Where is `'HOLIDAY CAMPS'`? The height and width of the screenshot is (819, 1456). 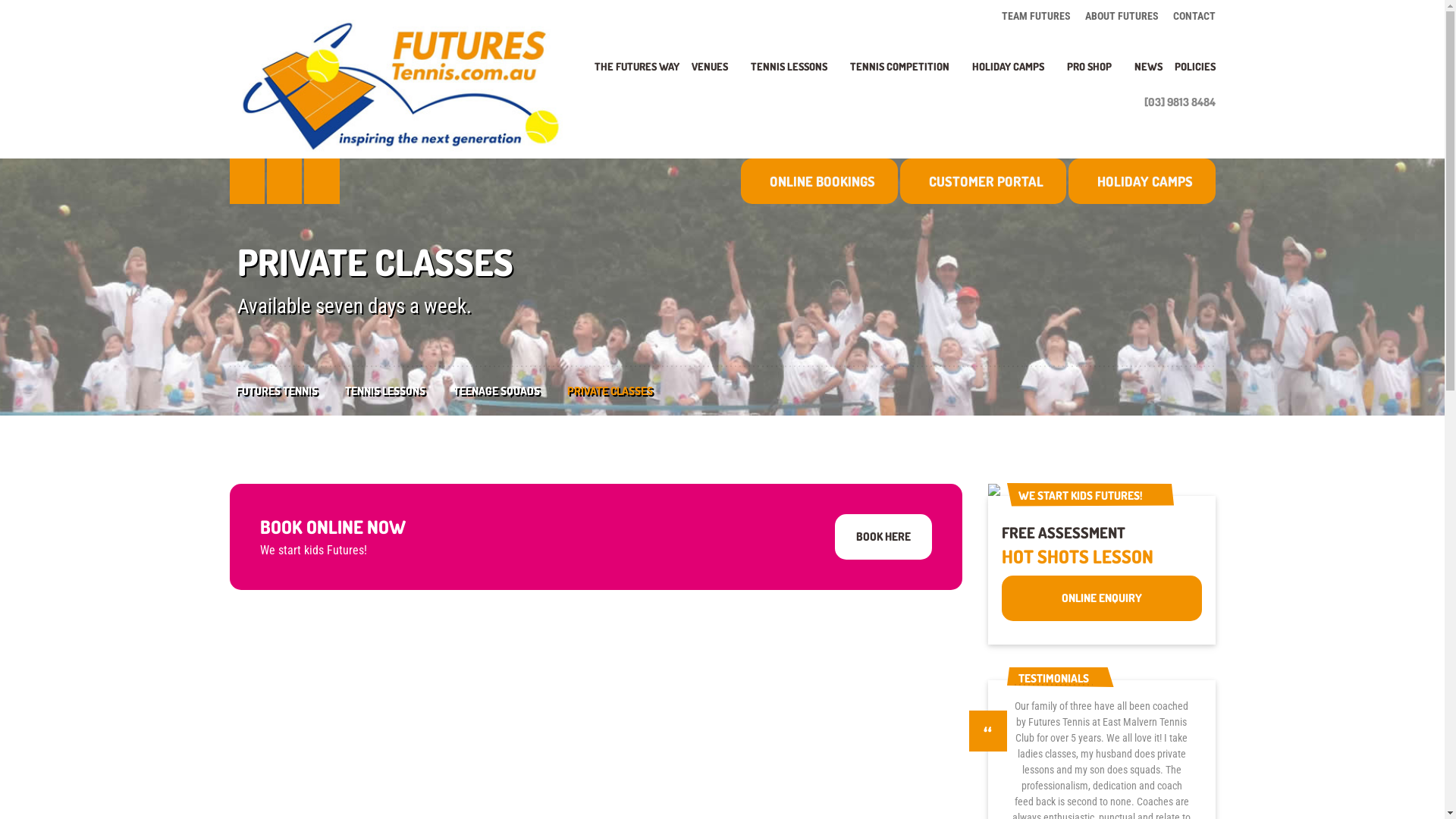 'HOLIDAY CAMPS' is located at coordinates (1013, 74).